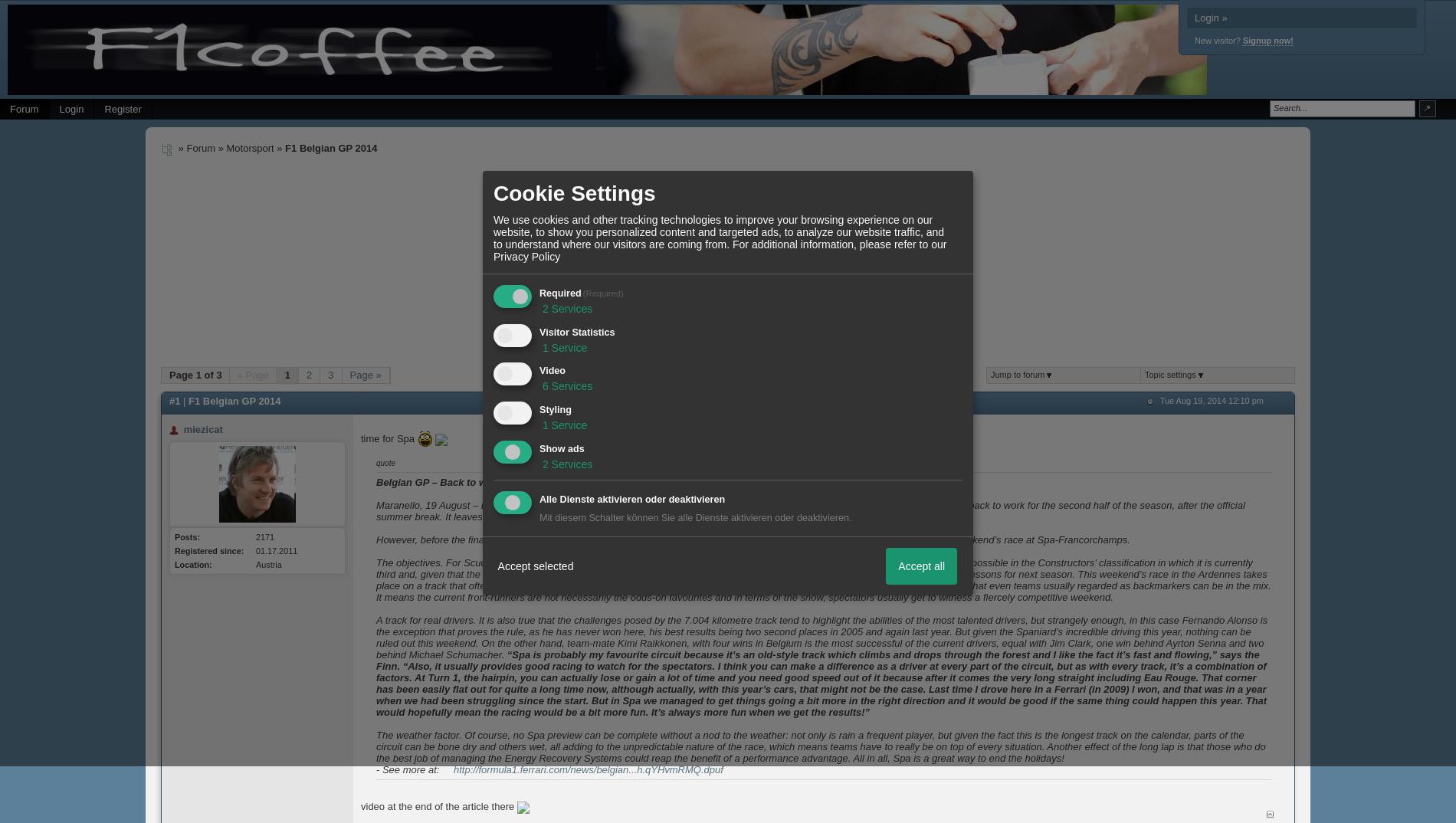 The height and width of the screenshot is (823, 1456). I want to click on 'Location:', so click(192, 564).